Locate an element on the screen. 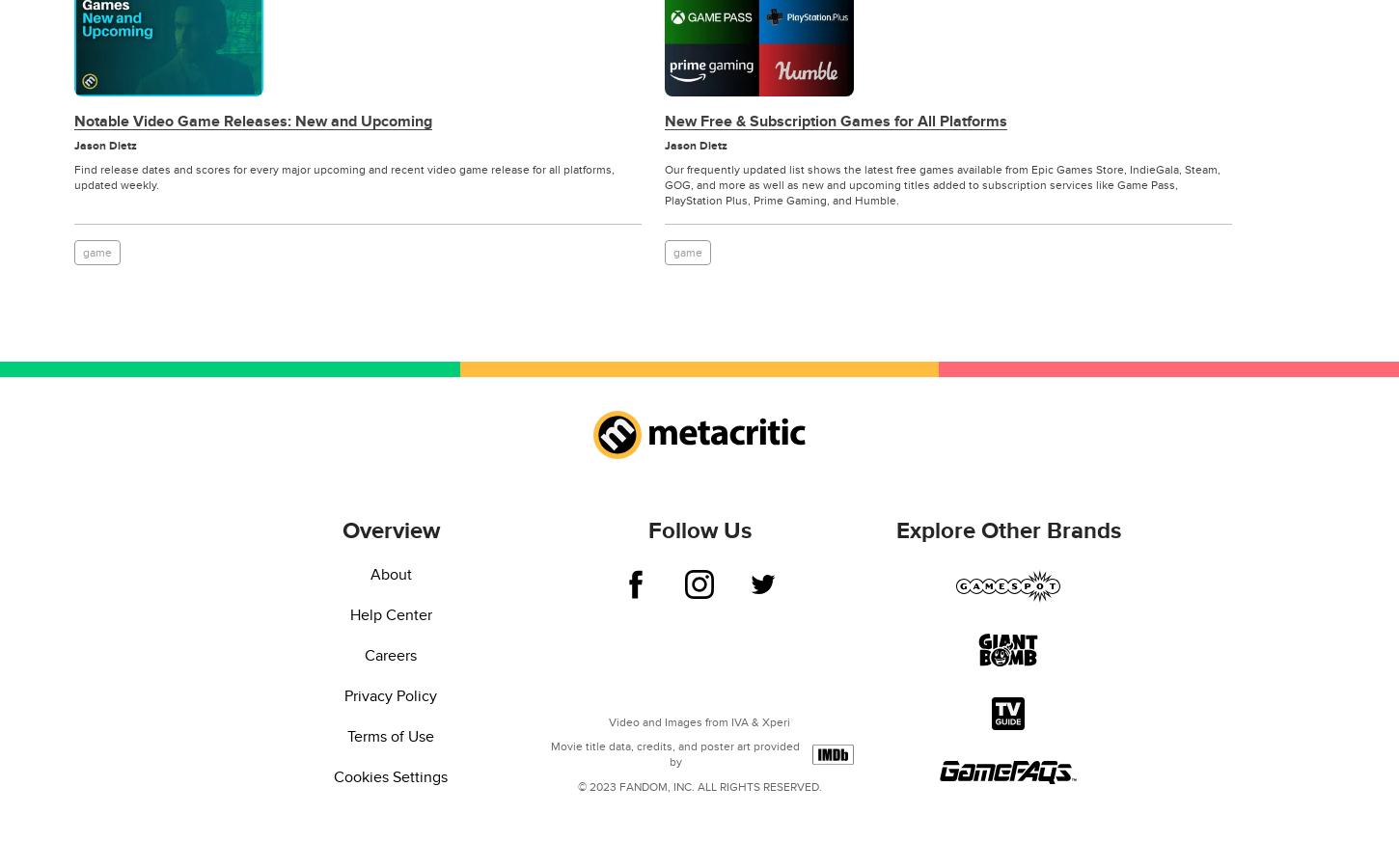  'Explore Other Brands' is located at coordinates (1007, 529).